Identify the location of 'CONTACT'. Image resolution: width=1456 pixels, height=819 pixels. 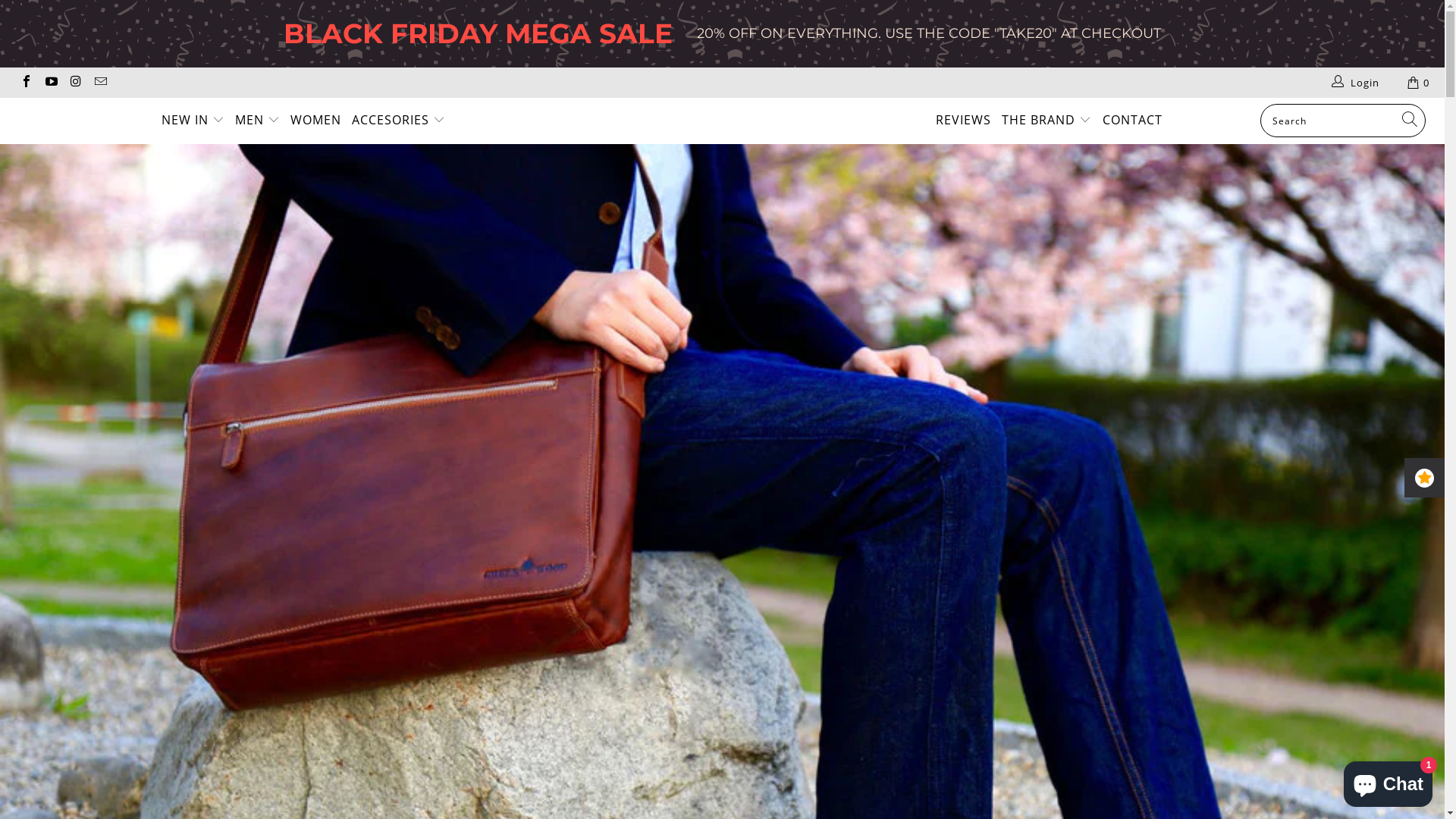
(1132, 120).